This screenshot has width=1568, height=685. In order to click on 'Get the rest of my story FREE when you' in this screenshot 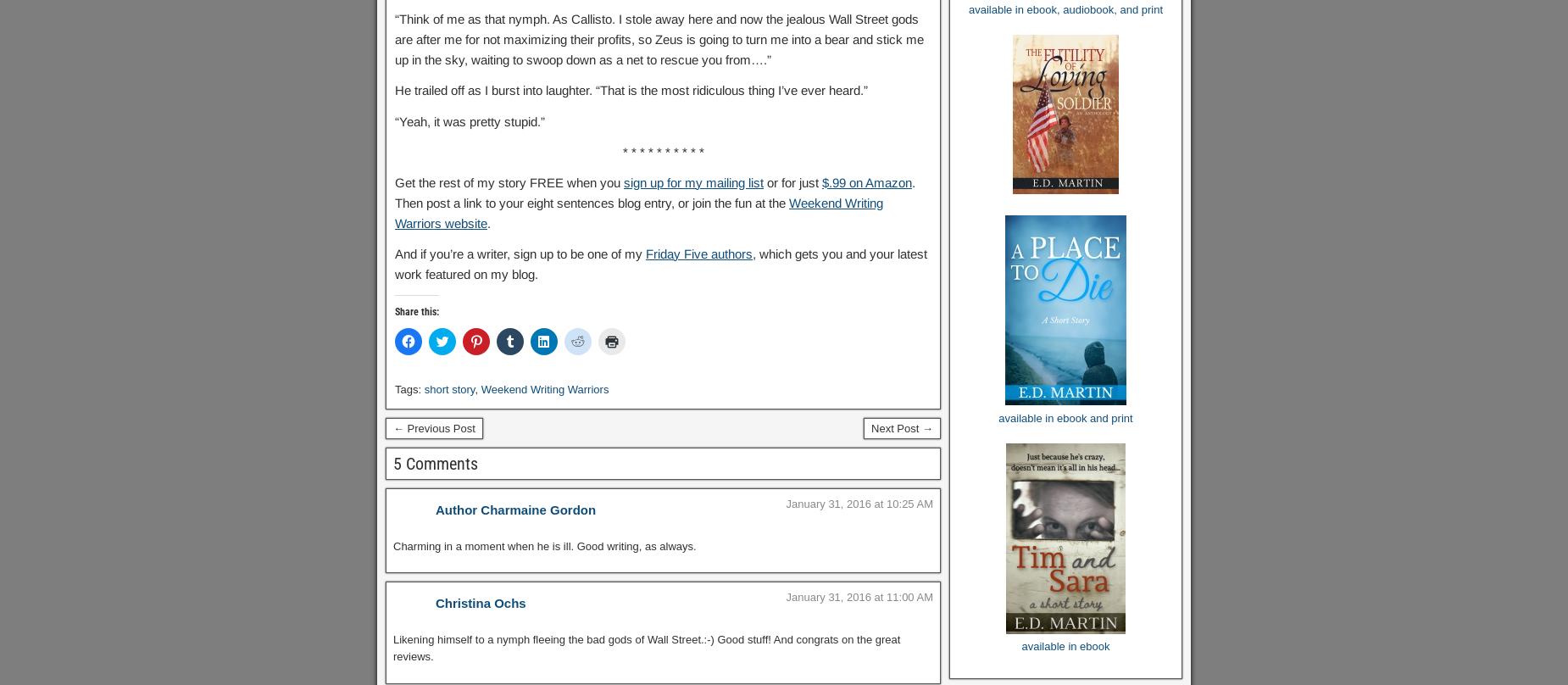, I will do `click(509, 181)`.